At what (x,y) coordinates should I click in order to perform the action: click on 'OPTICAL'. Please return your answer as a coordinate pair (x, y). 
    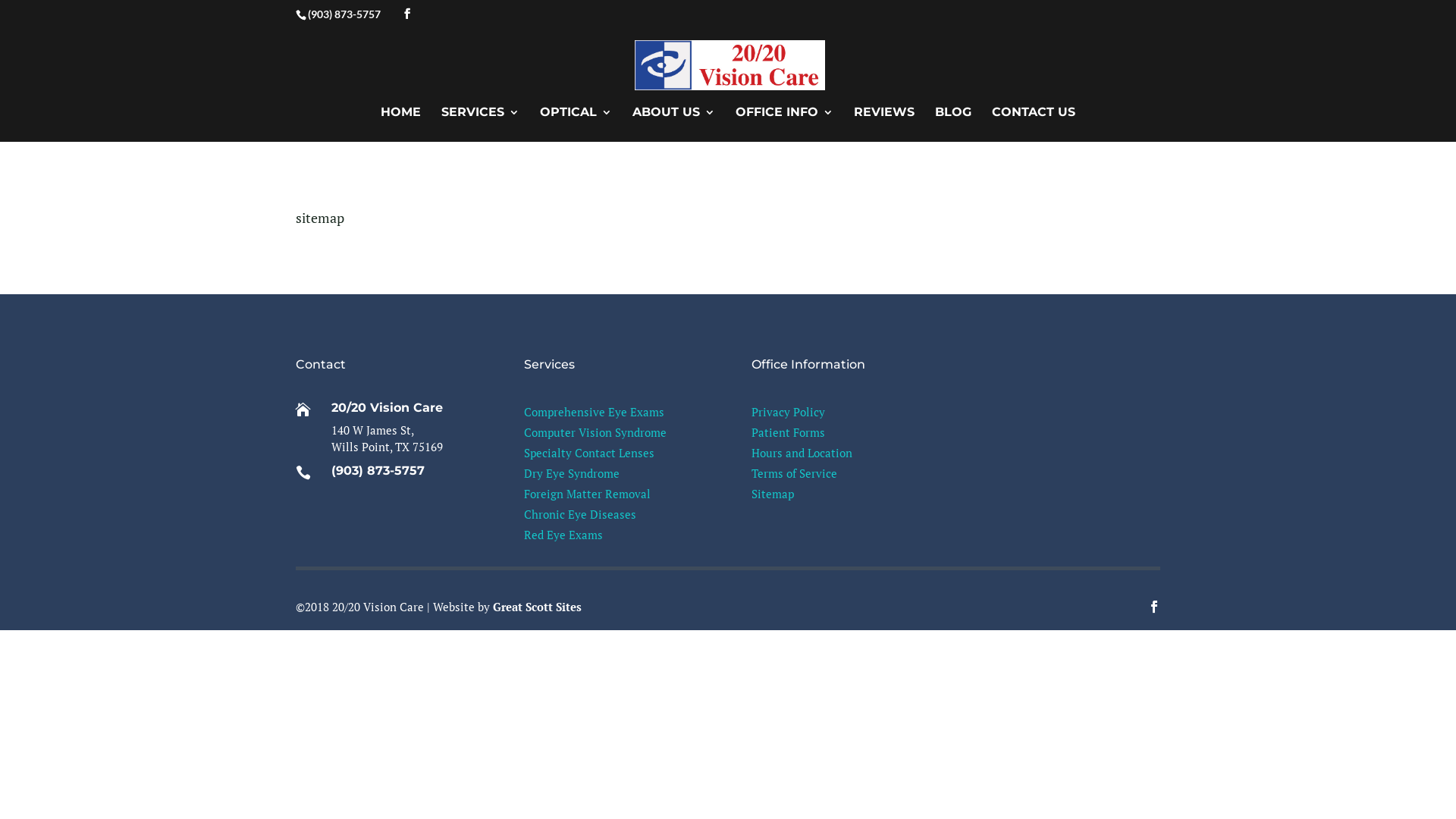
    Looking at the image, I should click on (575, 124).